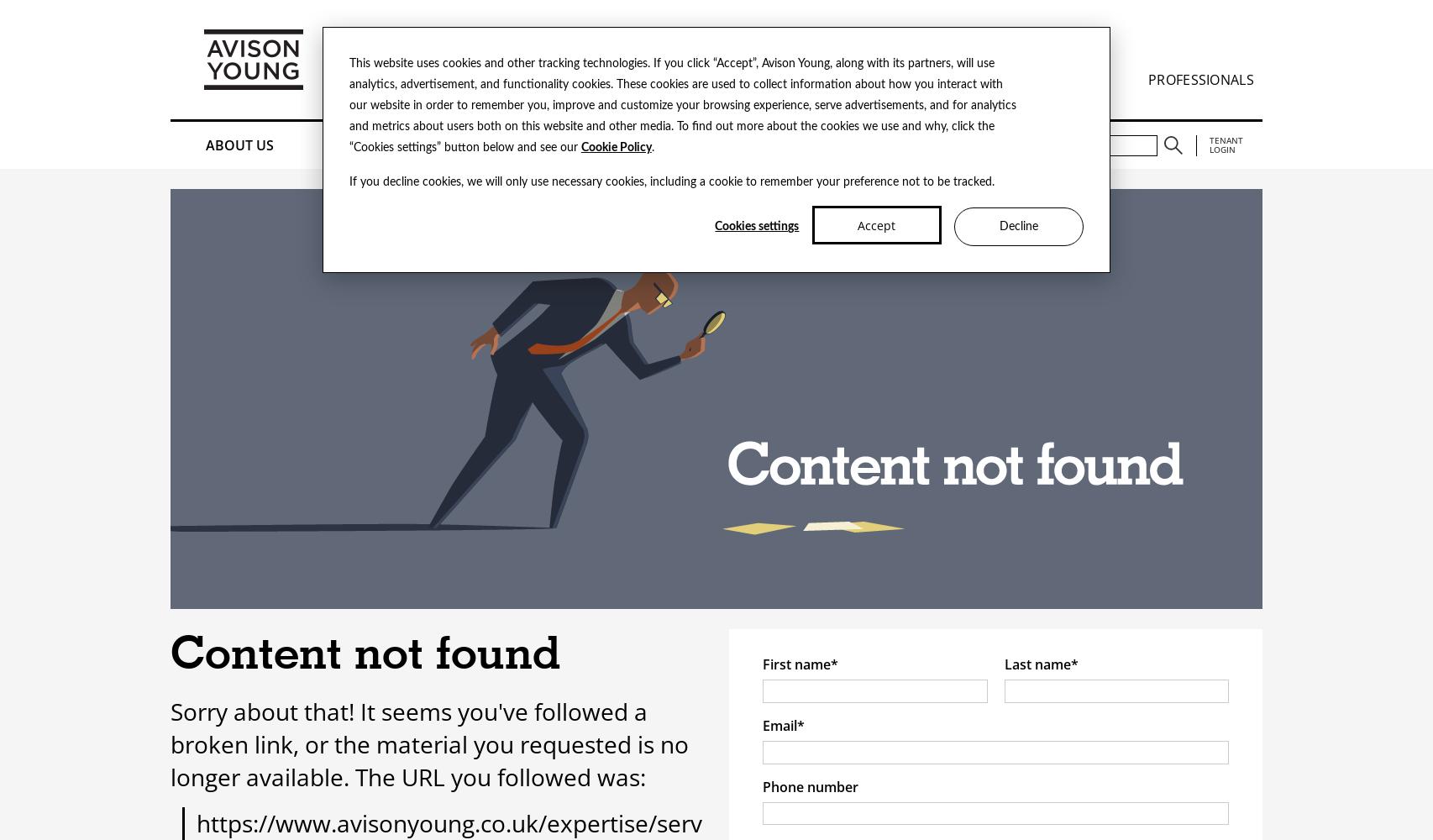  I want to click on 'Français', so click(450, 36).